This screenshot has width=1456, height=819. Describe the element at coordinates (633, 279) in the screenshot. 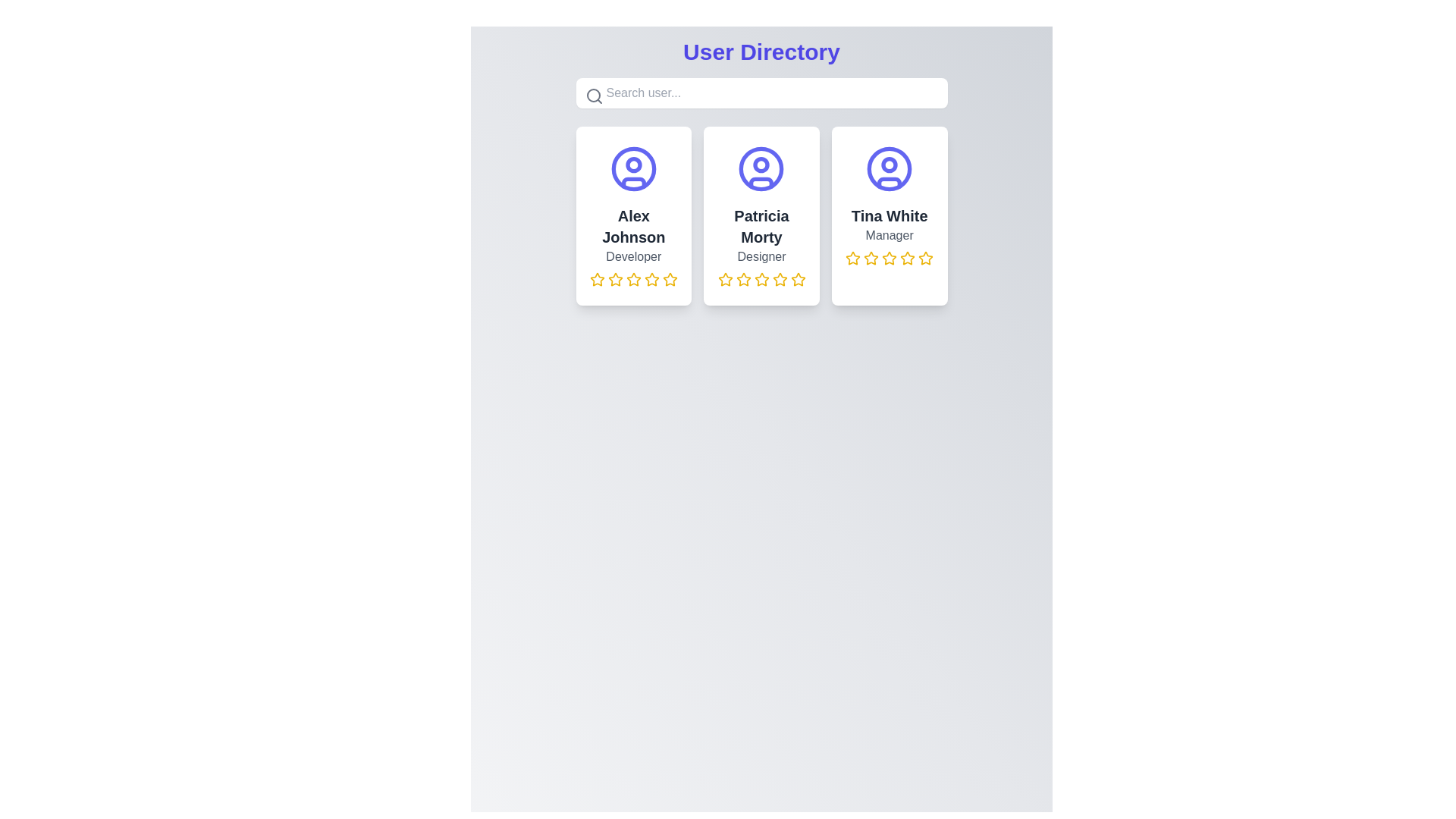

I see `the second star in the 5-star rating component located under the 'Alex Johnson' user profile card` at that location.